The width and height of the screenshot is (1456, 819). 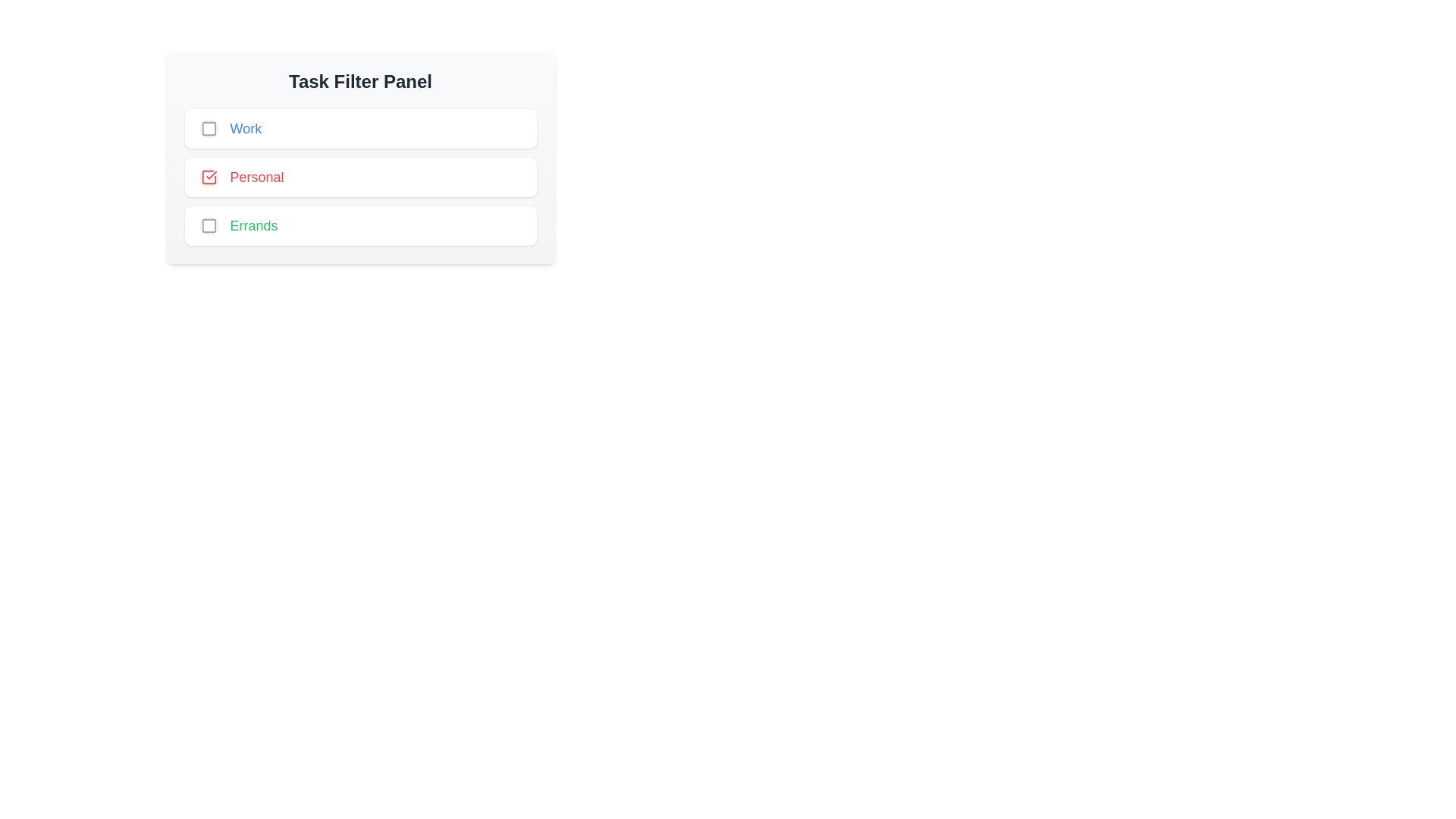 What do you see at coordinates (208, 225) in the screenshot?
I see `the Checkbox icon located inside the 'Task Filter Panel' next to the label 'Errands'` at bounding box center [208, 225].